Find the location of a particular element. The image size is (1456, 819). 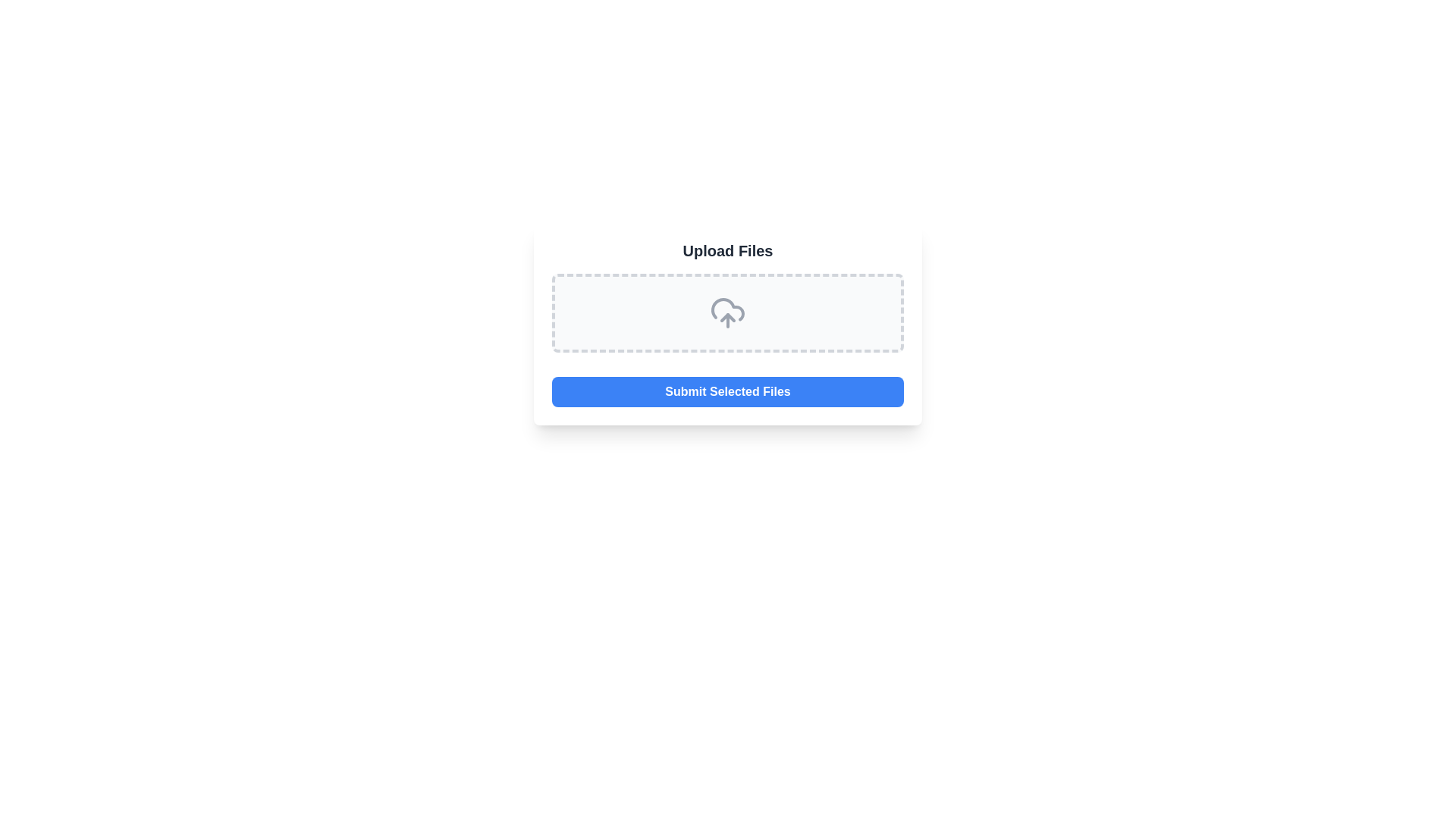

the invisible file input area located within the bordered, dashed rectangle that spans the entirety of the area, which features a centrally aligned upload icon is located at coordinates (728, 312).